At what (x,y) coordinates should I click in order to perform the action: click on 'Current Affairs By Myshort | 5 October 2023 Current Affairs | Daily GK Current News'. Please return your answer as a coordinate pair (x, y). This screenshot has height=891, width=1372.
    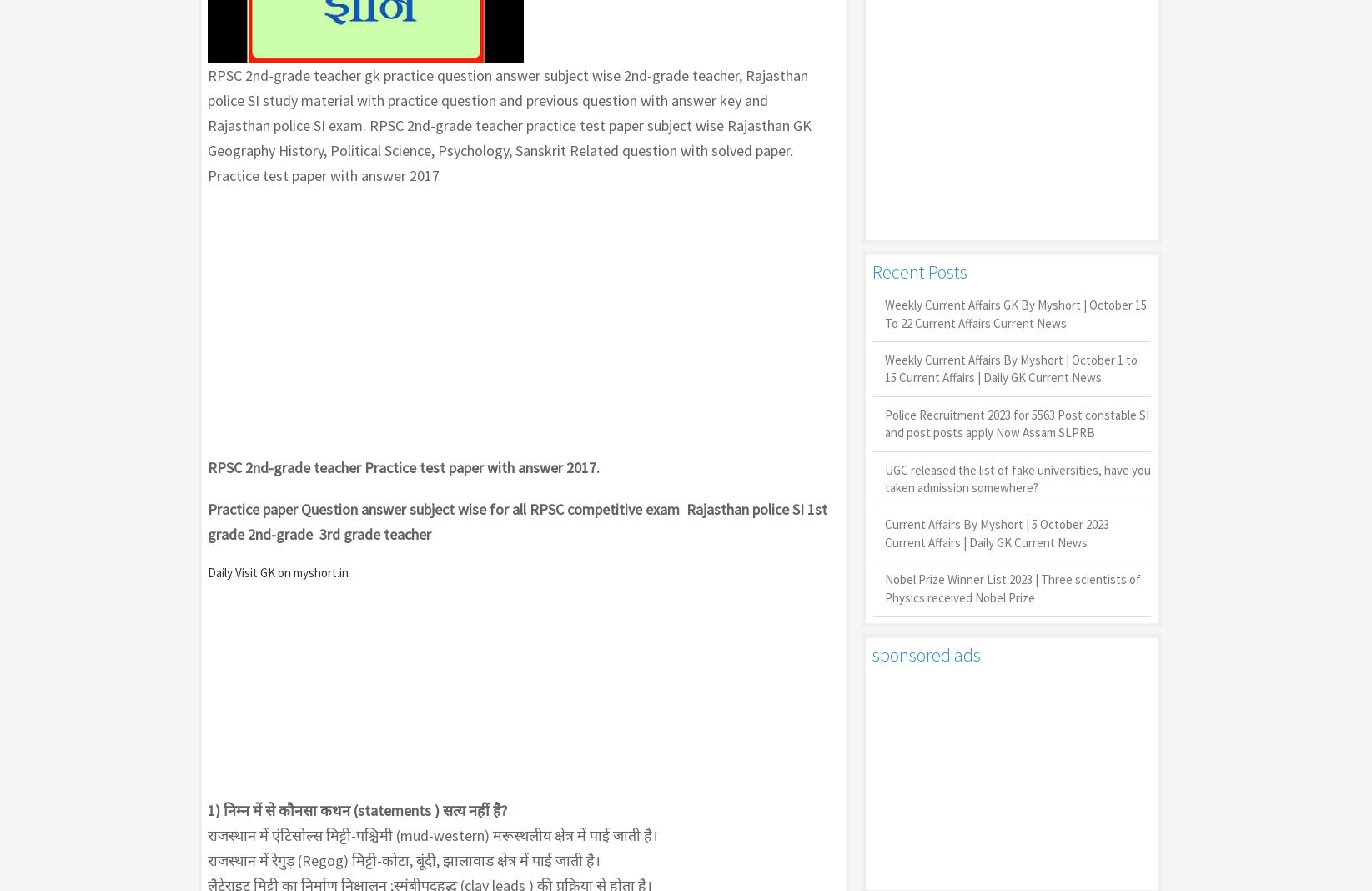
    Looking at the image, I should click on (996, 531).